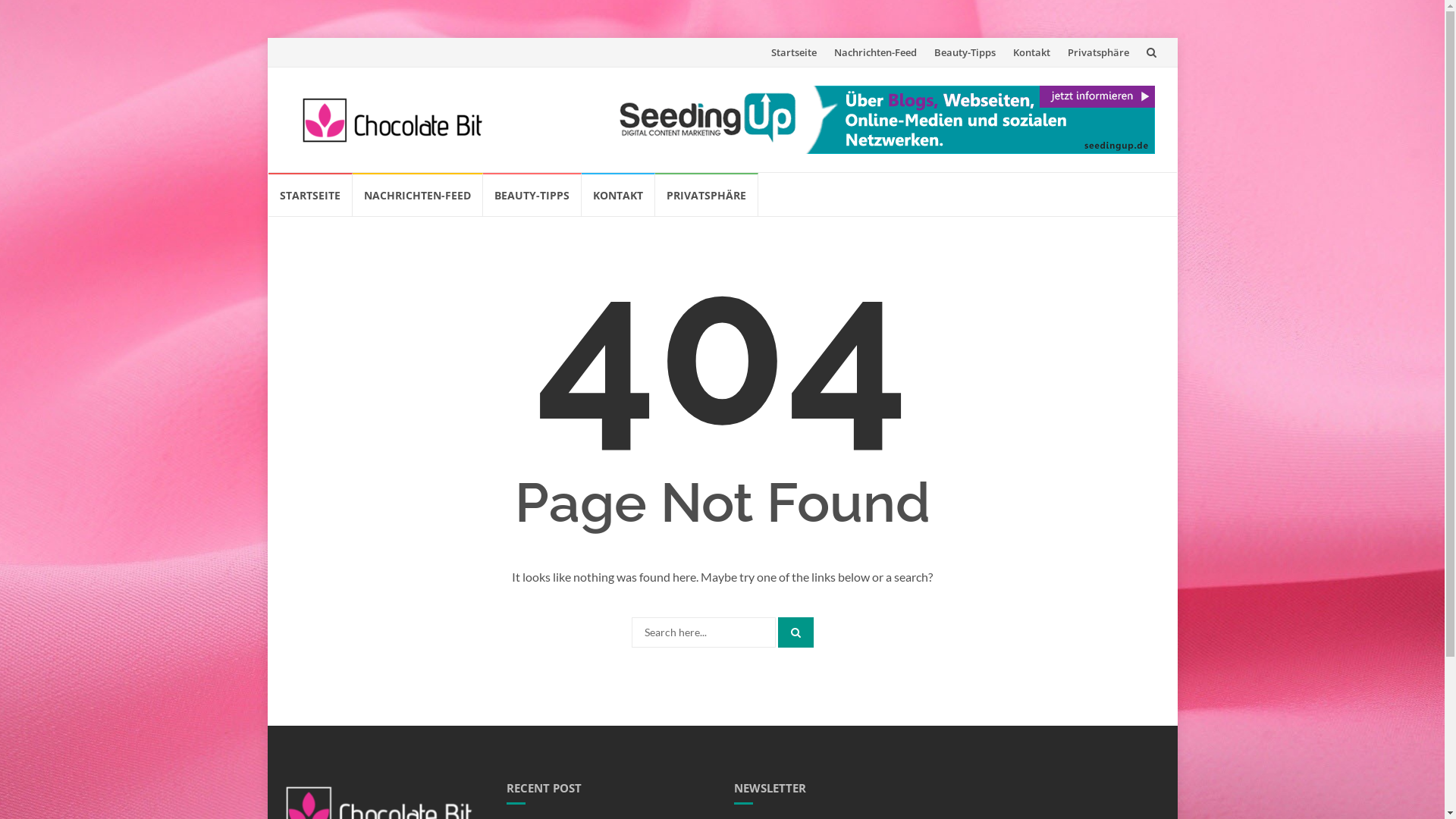 This screenshot has width=1456, height=819. I want to click on 'Search', so click(795, 632).